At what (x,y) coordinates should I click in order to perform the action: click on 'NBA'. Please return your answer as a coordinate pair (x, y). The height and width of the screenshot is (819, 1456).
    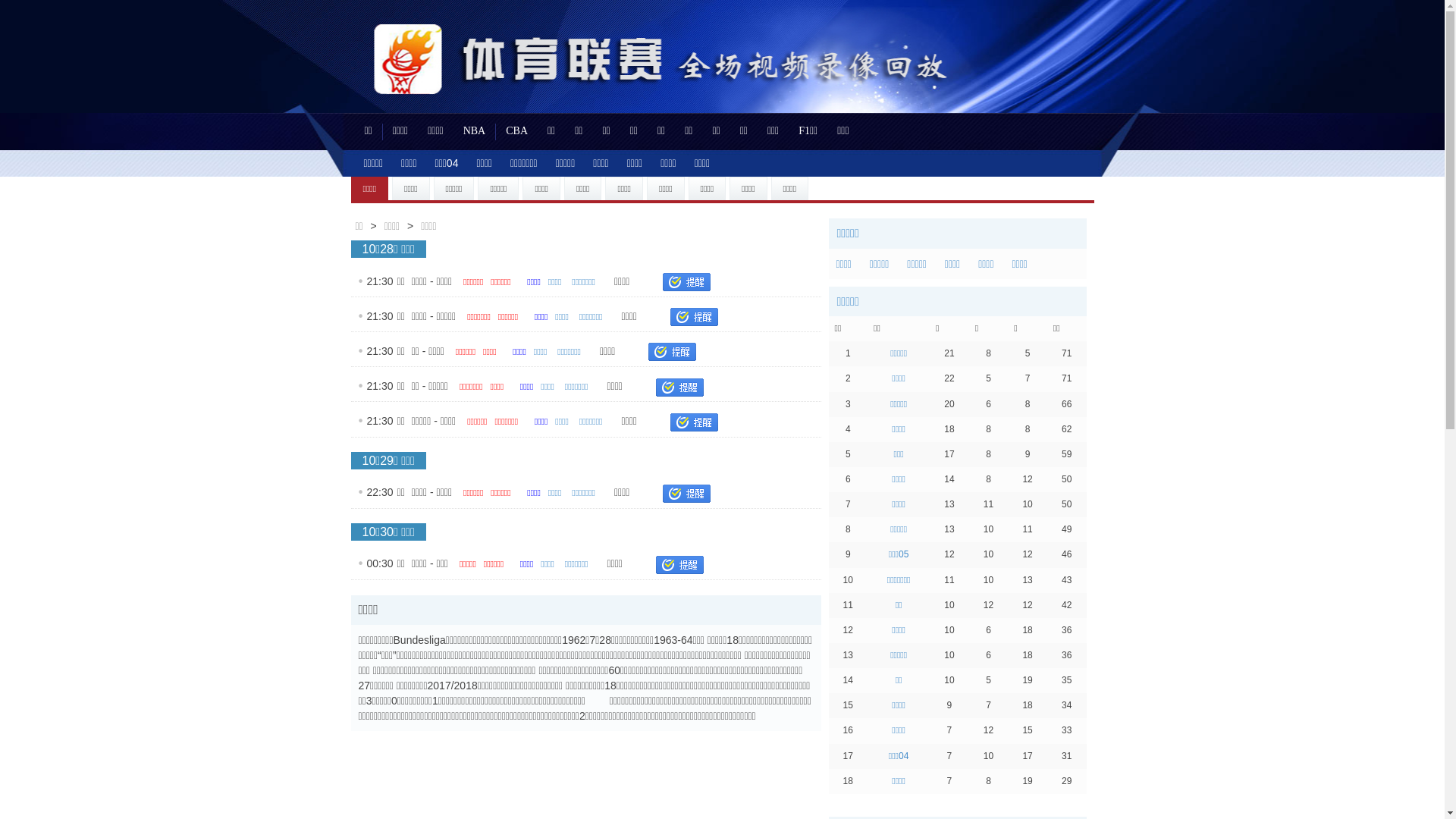
    Looking at the image, I should click on (473, 130).